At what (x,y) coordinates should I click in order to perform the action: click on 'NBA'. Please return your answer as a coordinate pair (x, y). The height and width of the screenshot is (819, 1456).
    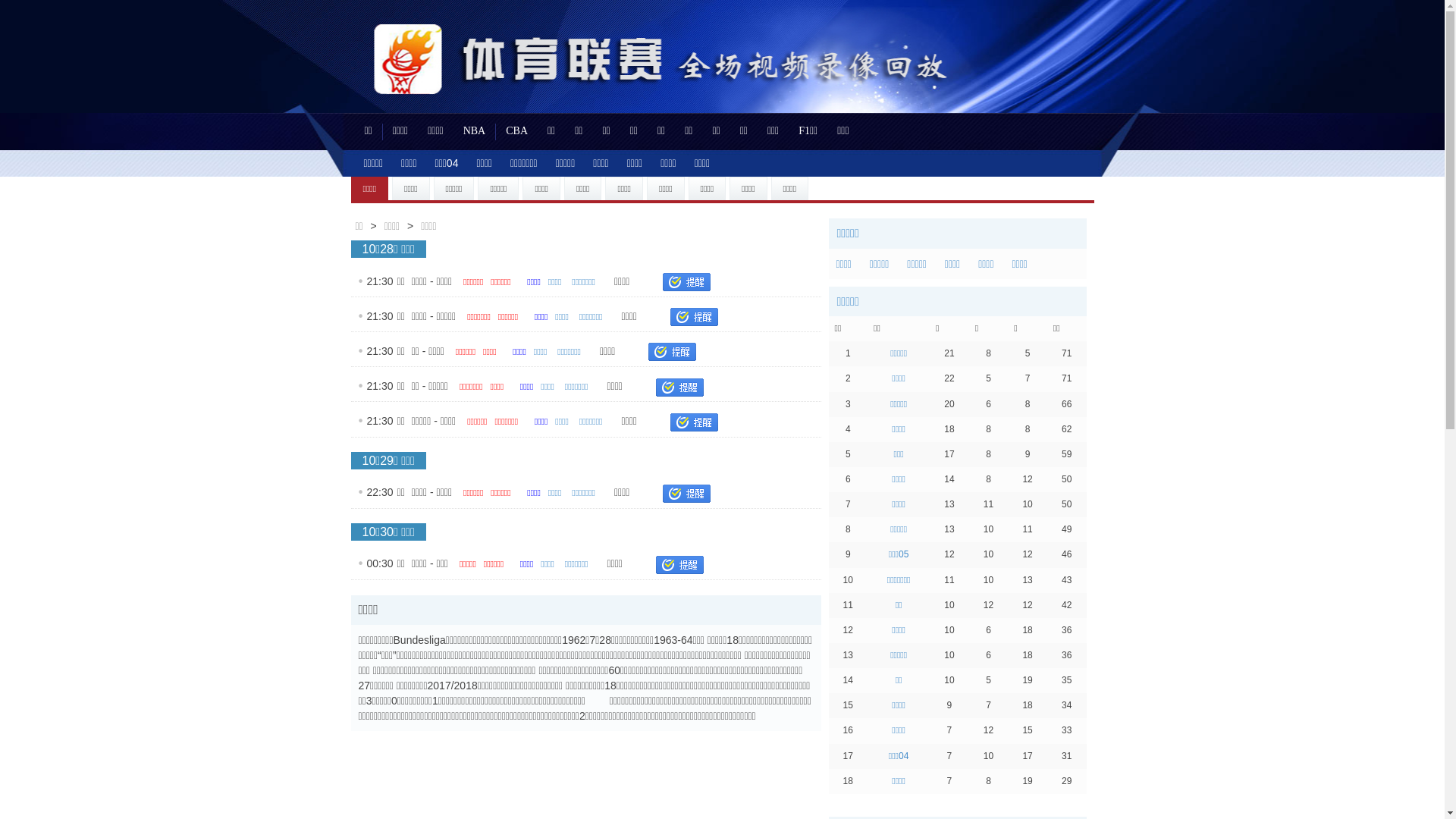
    Looking at the image, I should click on (473, 130).